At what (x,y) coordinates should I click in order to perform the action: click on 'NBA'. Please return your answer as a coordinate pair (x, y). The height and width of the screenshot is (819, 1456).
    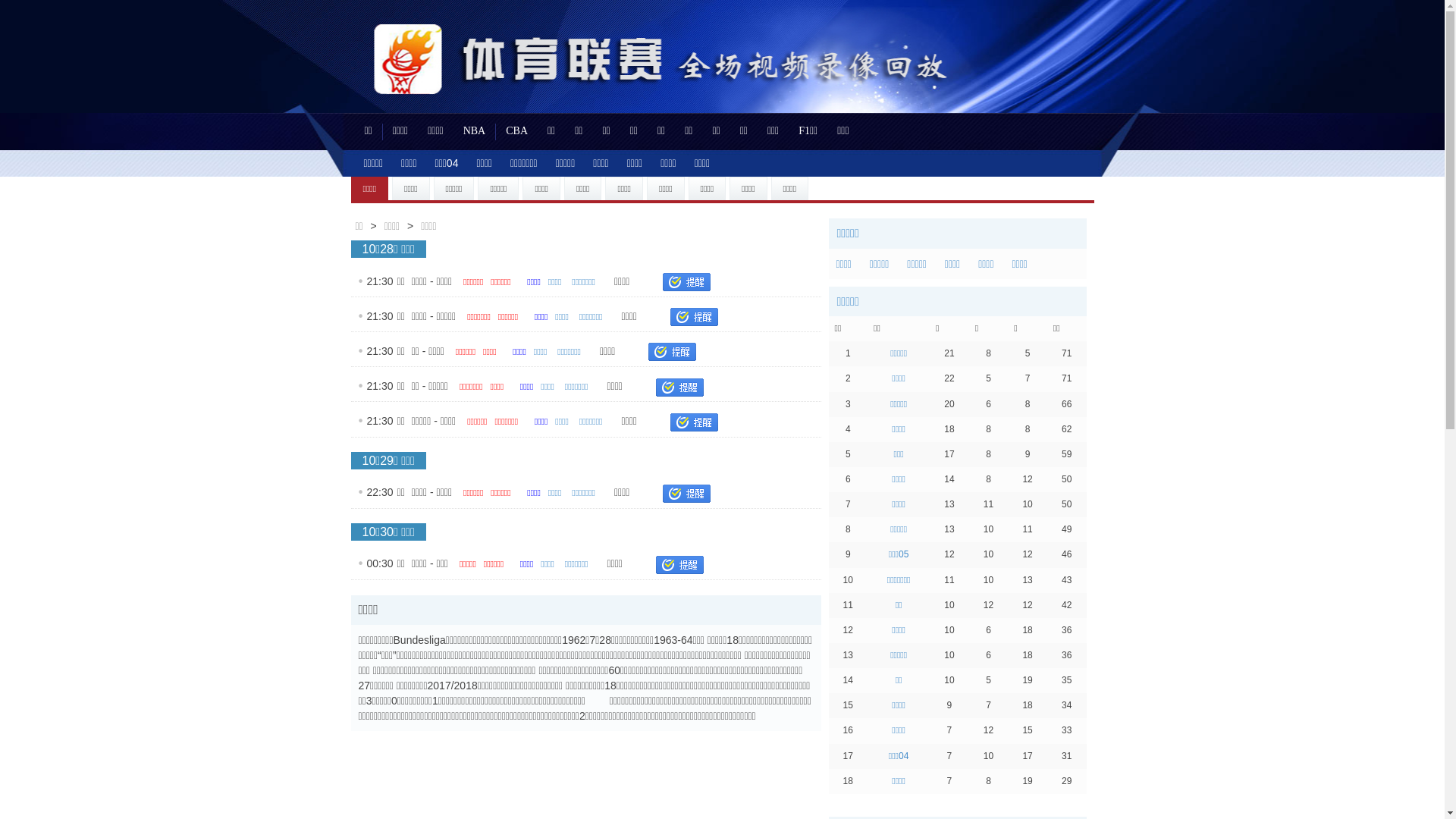
    Looking at the image, I should click on (473, 130).